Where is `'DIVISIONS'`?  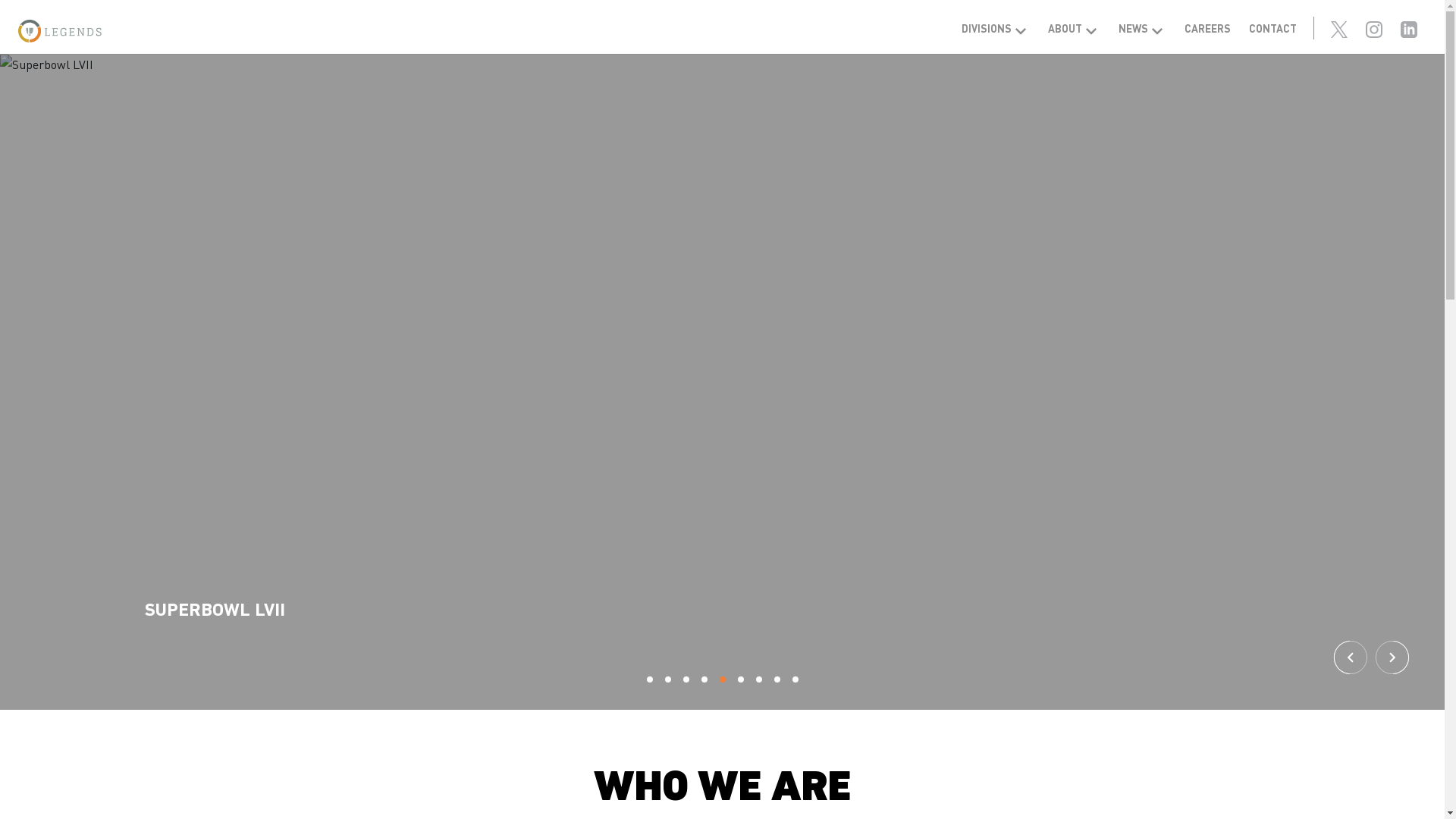 'DIVISIONS' is located at coordinates (952, 28).